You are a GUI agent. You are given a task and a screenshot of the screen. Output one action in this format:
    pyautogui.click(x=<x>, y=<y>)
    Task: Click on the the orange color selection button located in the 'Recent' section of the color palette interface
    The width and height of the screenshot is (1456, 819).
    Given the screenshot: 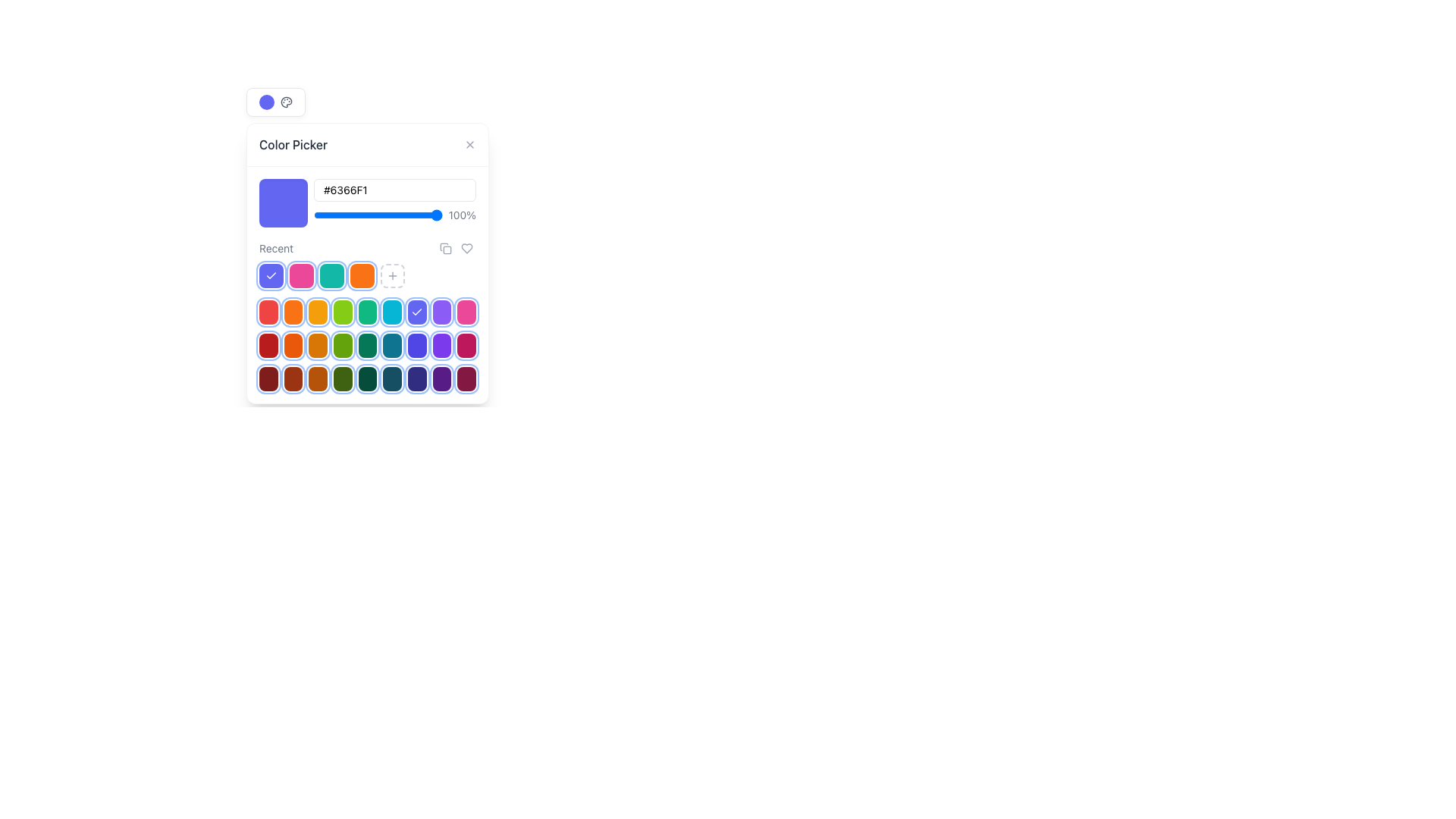 What is the action you would take?
    pyautogui.click(x=293, y=312)
    